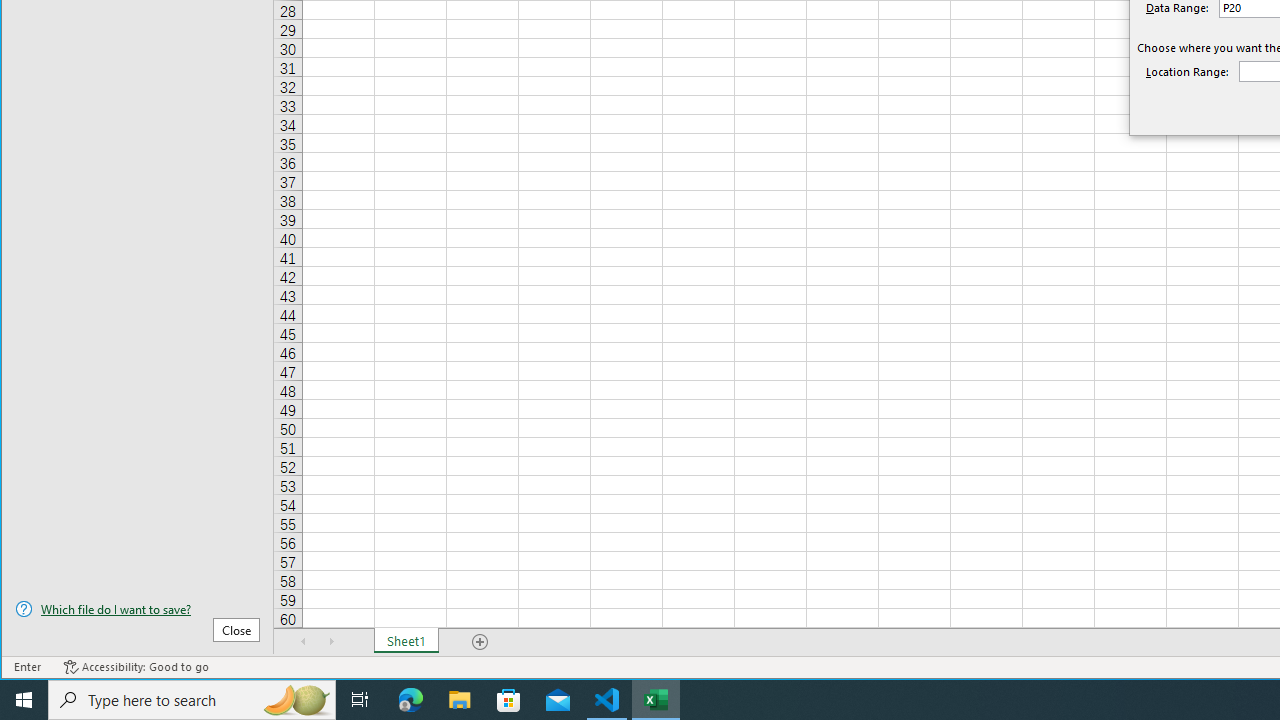  I want to click on 'Scroll Left', so click(303, 641).